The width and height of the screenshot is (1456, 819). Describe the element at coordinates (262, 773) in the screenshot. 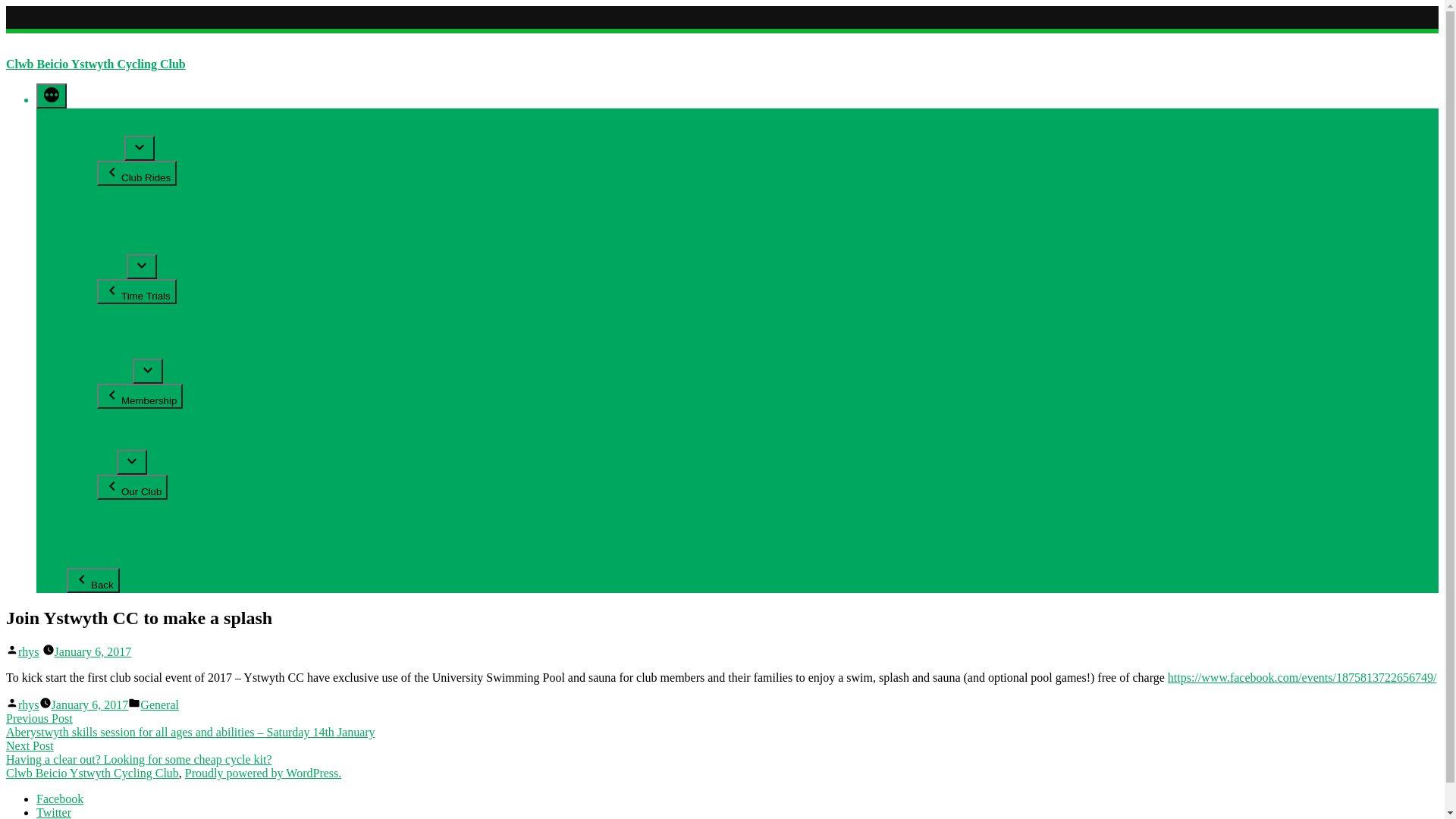

I see `'Proudly powered by WordPress.'` at that location.